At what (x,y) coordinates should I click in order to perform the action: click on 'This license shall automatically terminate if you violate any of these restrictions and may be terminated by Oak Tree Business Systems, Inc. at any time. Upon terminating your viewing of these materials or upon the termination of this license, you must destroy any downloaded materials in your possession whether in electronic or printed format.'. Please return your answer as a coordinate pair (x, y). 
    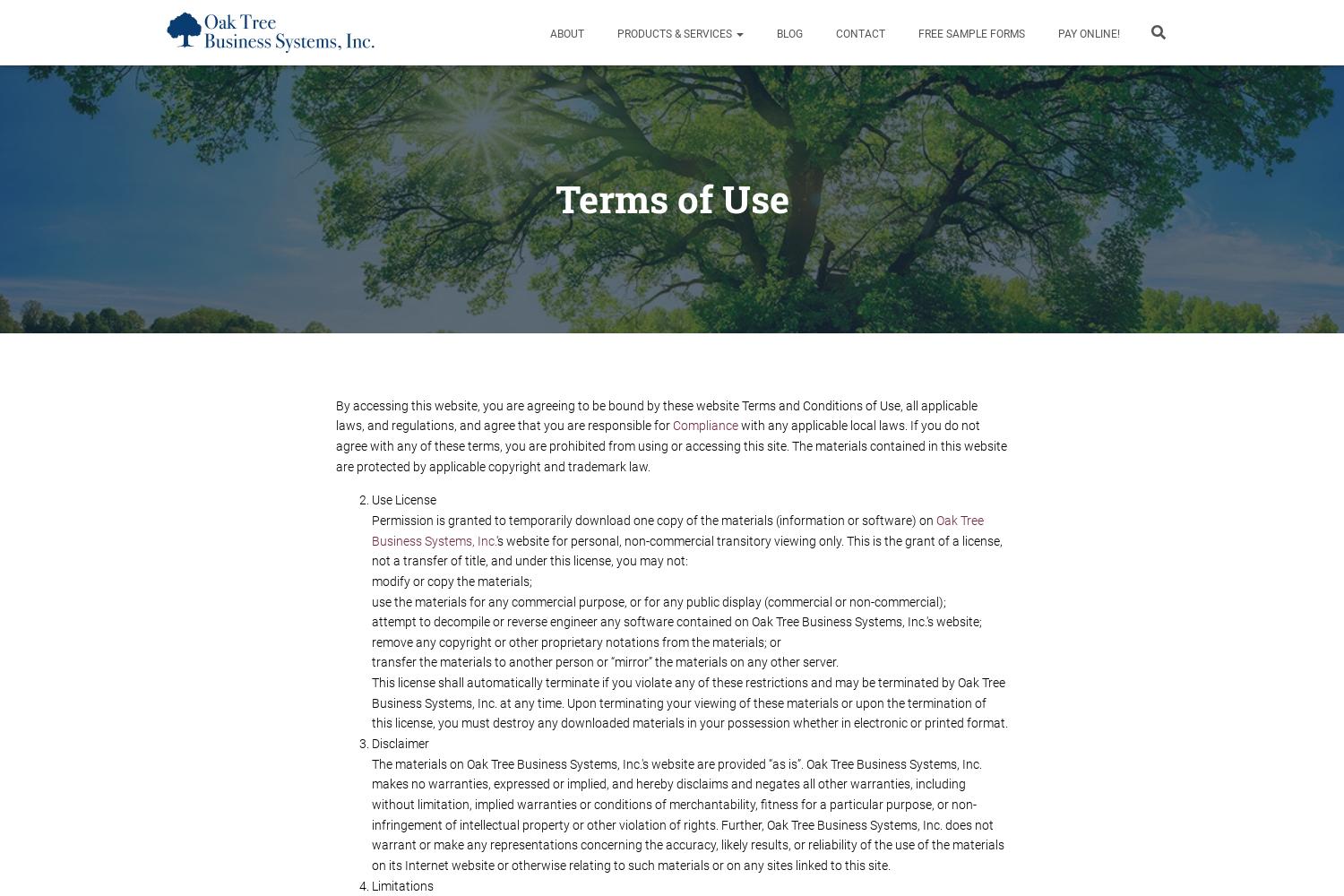
    Looking at the image, I should click on (689, 702).